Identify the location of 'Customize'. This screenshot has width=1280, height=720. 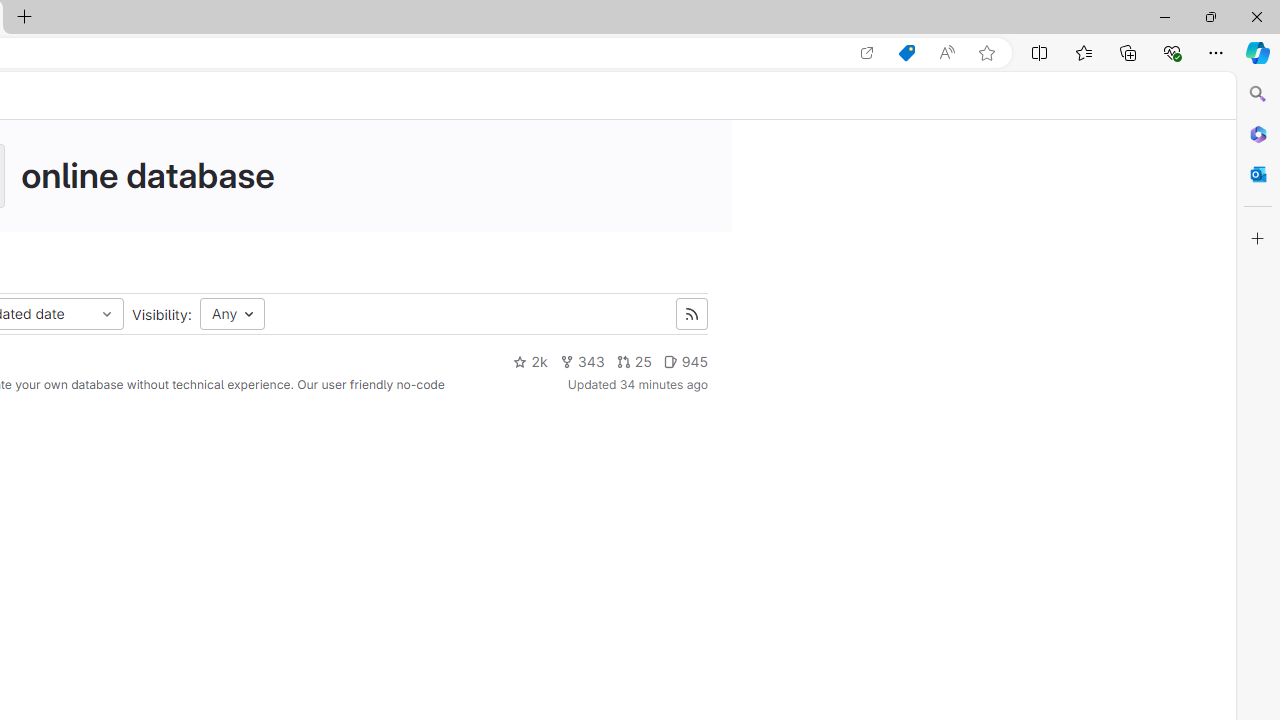
(1257, 238).